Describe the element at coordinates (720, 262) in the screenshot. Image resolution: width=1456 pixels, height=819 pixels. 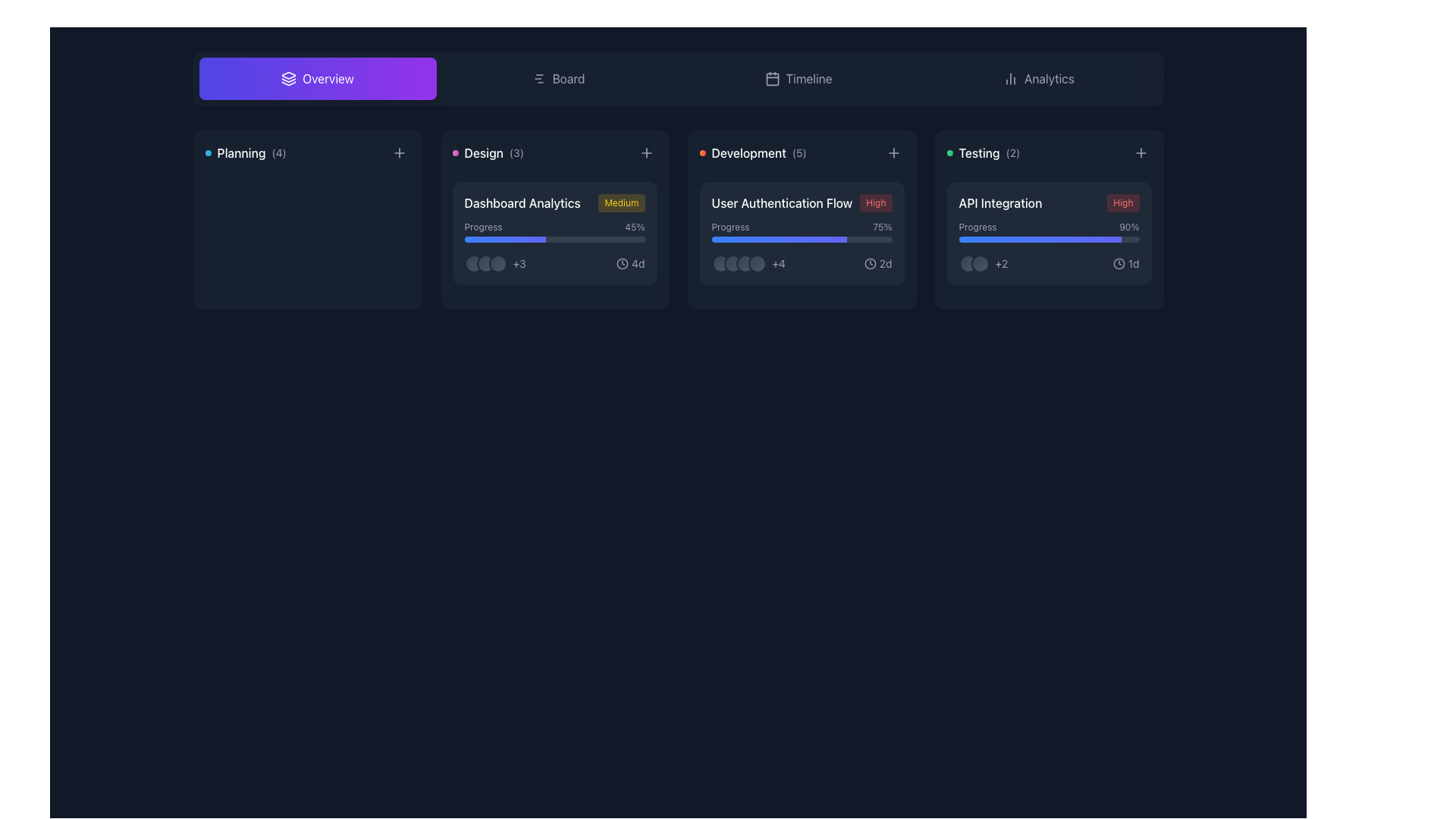
I see `the Circular Indicator located in the 'Development' section of the dashboard, which serves as a visual avatar representation and is the first element in a row of four similar circular elements` at that location.